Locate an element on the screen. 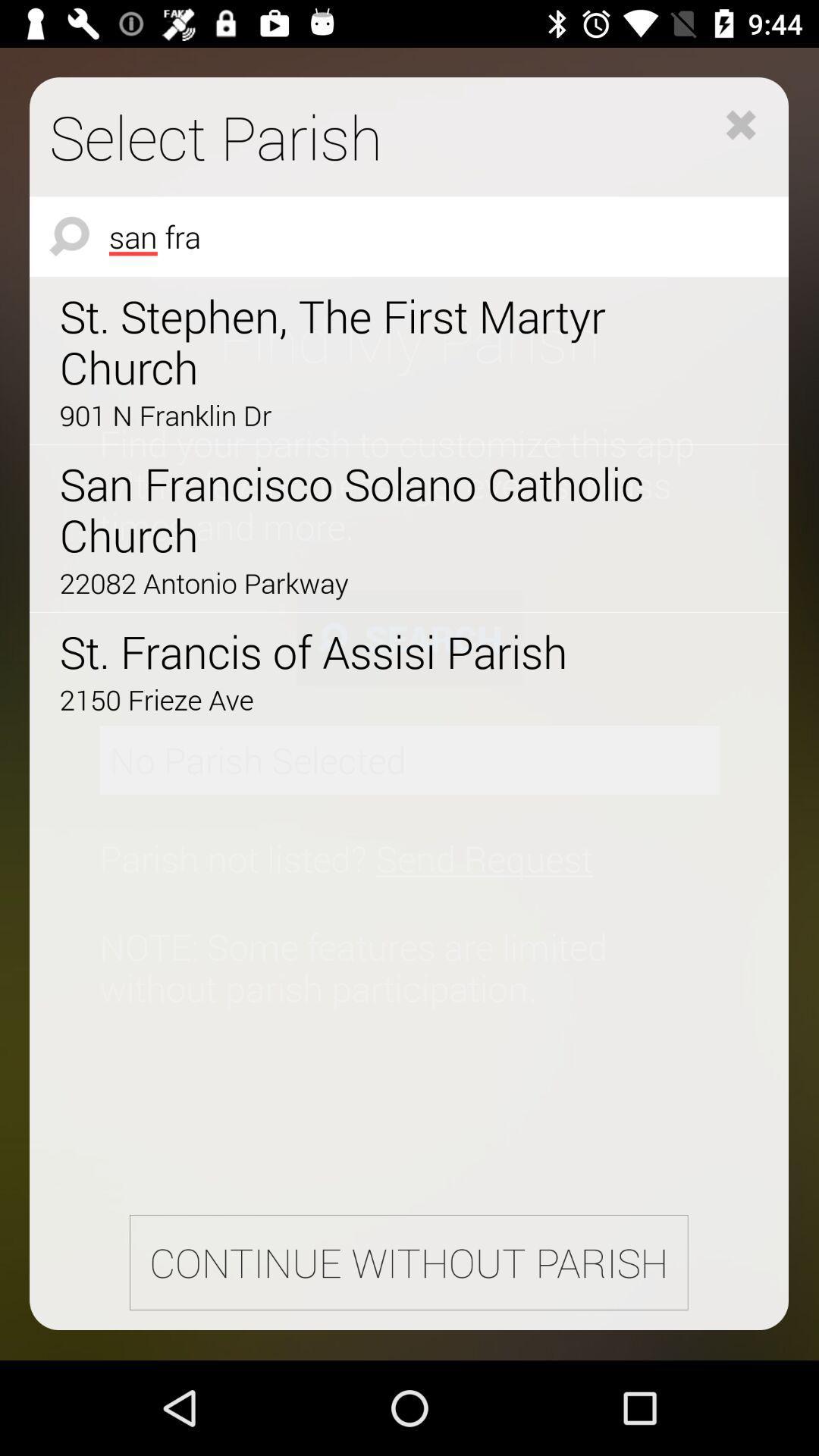 The image size is (819, 1456). the icon below the st francis of is located at coordinates (366, 698).